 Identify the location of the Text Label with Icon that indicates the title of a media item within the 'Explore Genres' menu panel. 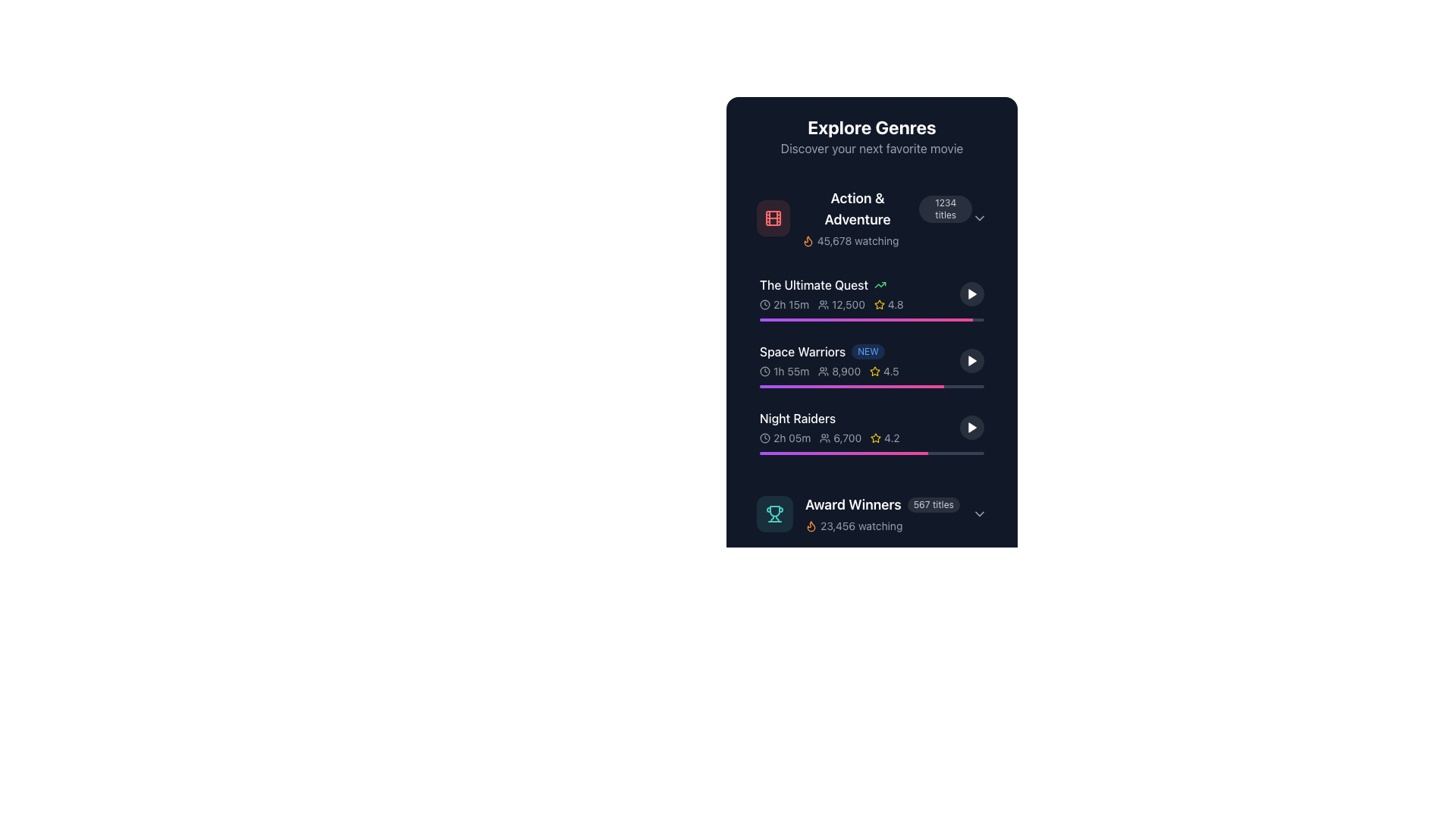
(859, 284).